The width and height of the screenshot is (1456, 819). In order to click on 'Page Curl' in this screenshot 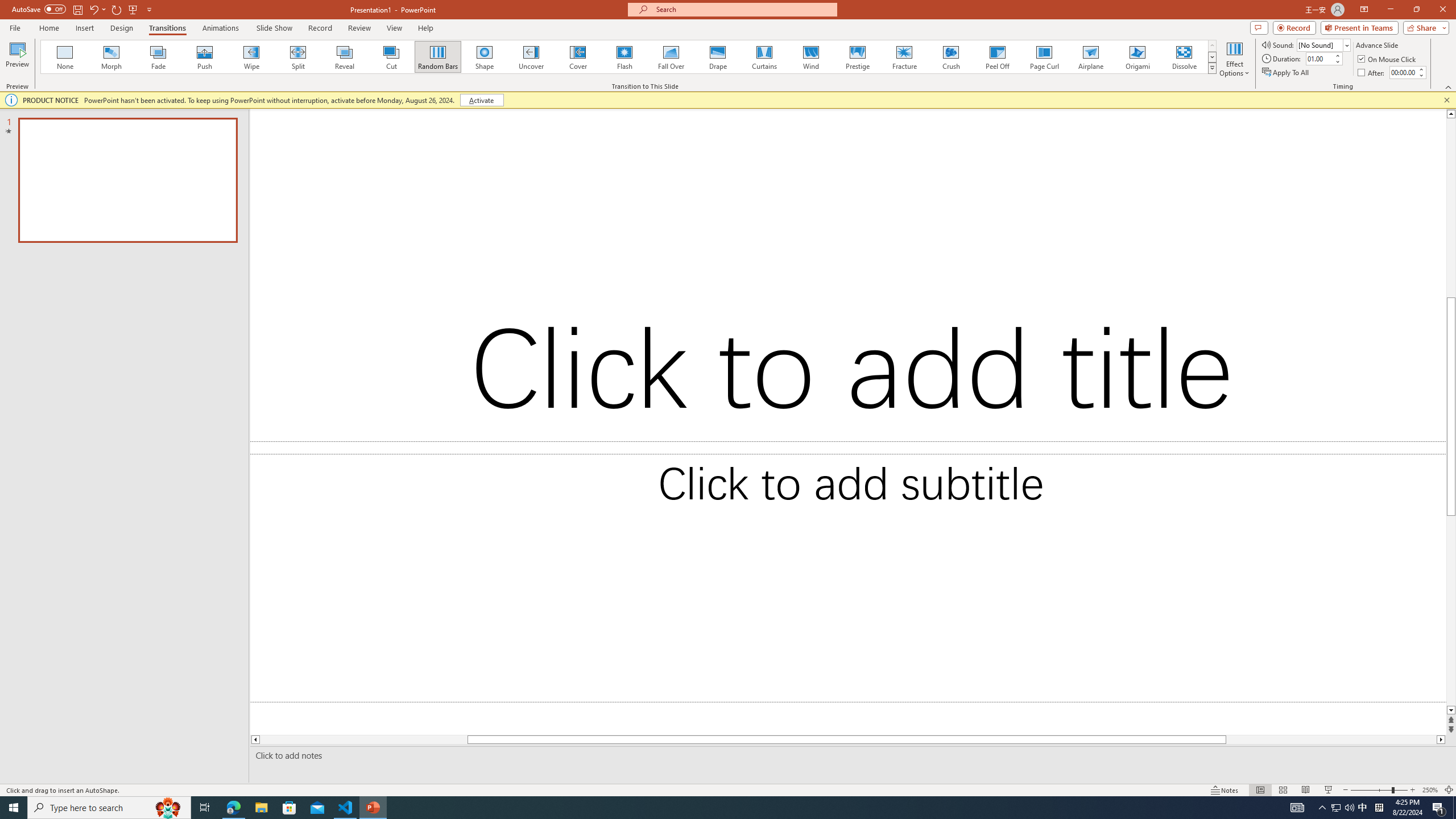, I will do `click(1043, 56)`.